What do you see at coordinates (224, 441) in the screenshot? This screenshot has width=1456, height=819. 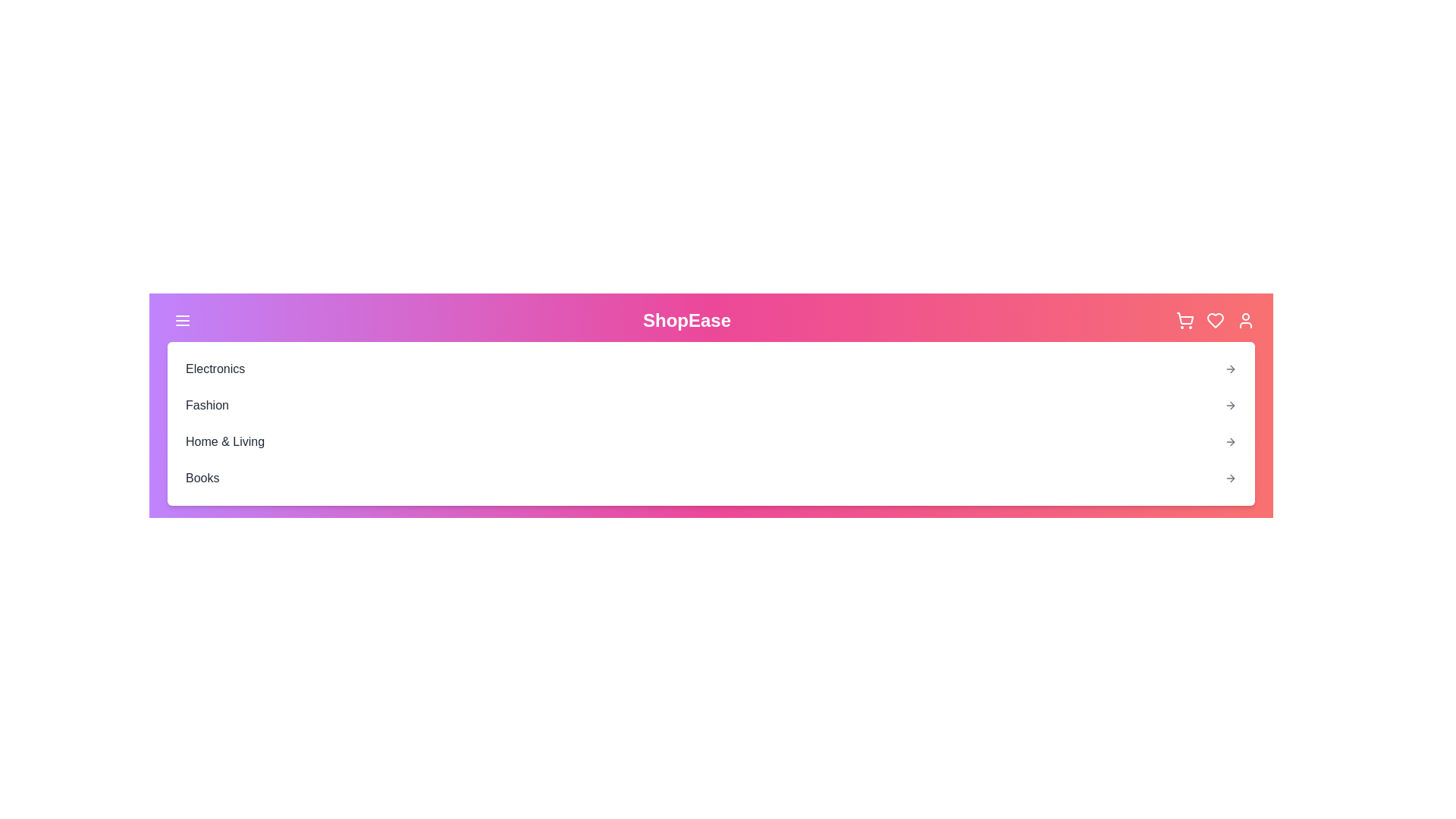 I see `the category Home & Living from the dropdown menu` at bounding box center [224, 441].